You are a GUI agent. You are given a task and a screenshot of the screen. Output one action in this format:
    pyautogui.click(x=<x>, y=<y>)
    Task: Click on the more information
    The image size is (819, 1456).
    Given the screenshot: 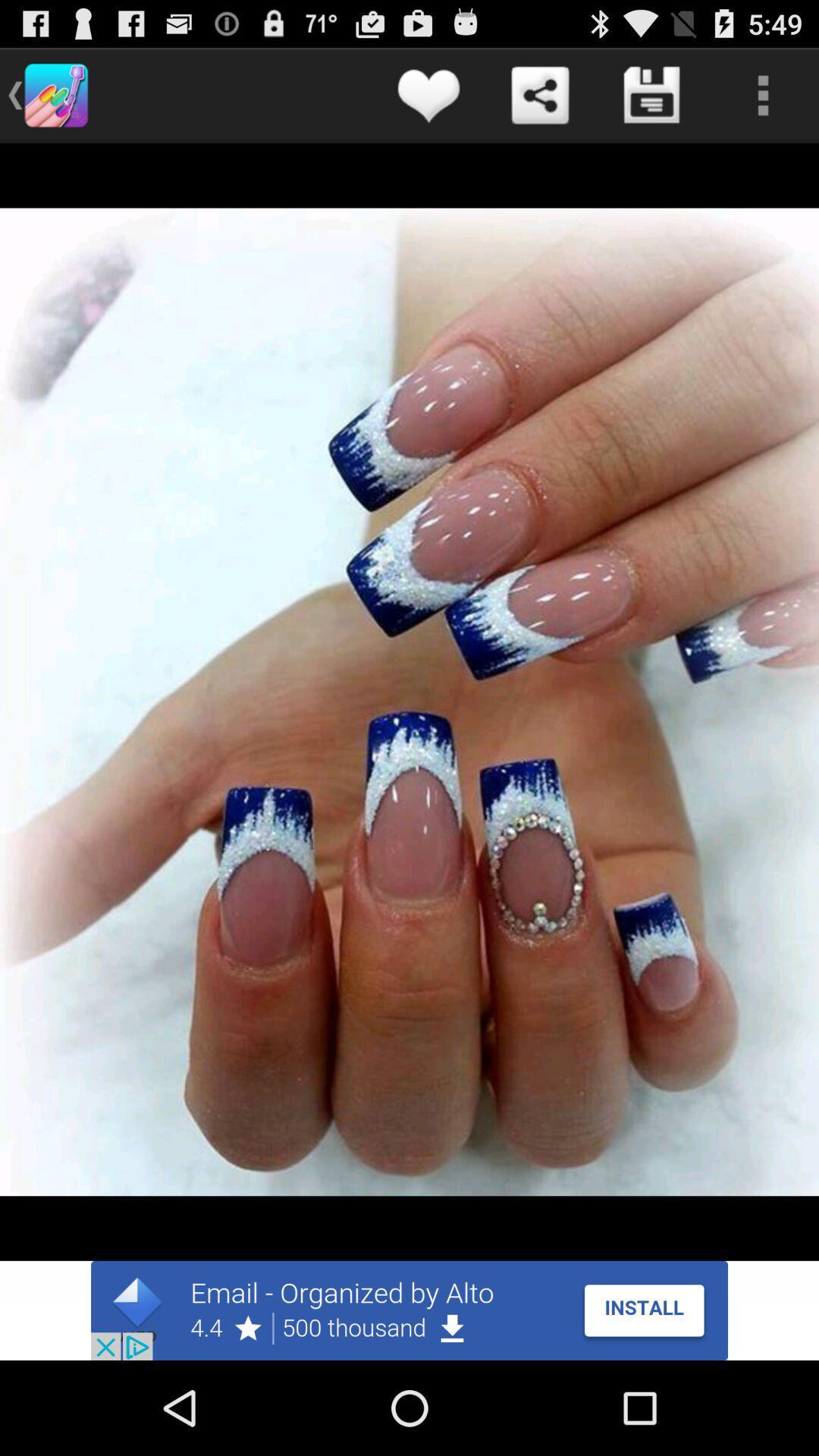 What is the action you would take?
    pyautogui.click(x=763, y=94)
    